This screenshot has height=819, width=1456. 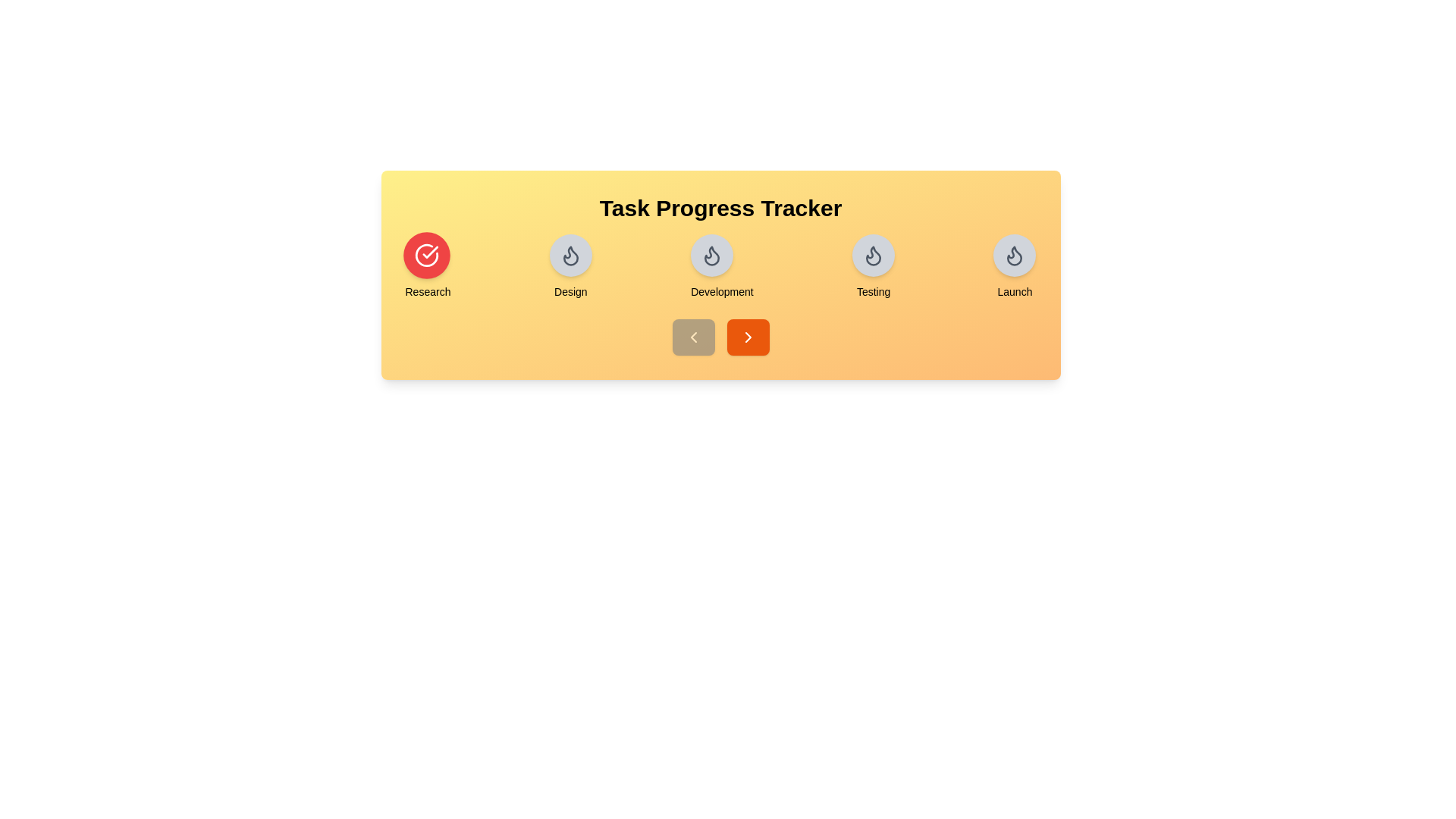 I want to click on the 'Design' phase icon button in the task progress tracker, which is the second circular button from the left under the 'Task Progress Tracker' title, so click(x=570, y=254).